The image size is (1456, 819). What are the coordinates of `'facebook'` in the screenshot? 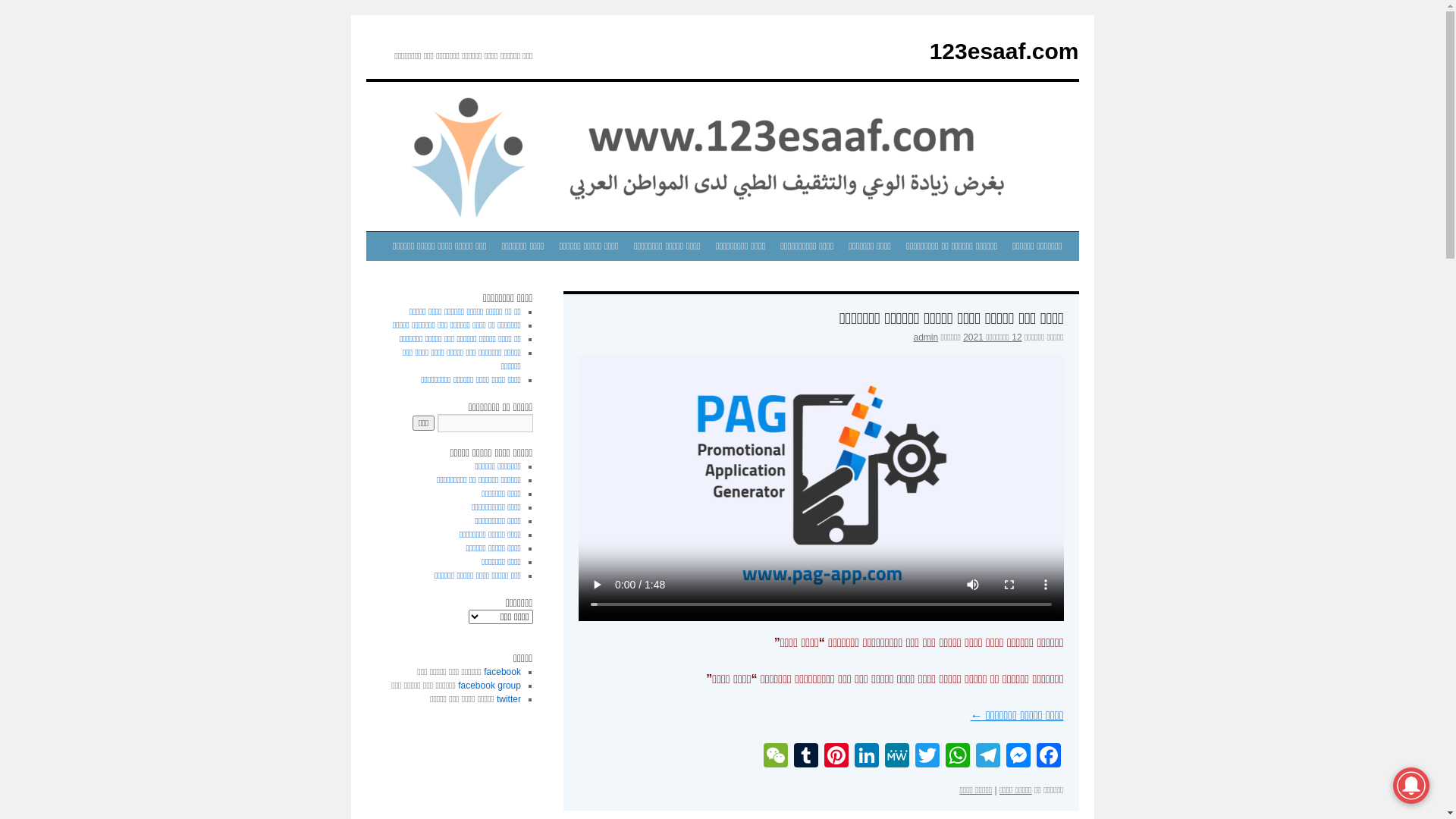 It's located at (502, 671).